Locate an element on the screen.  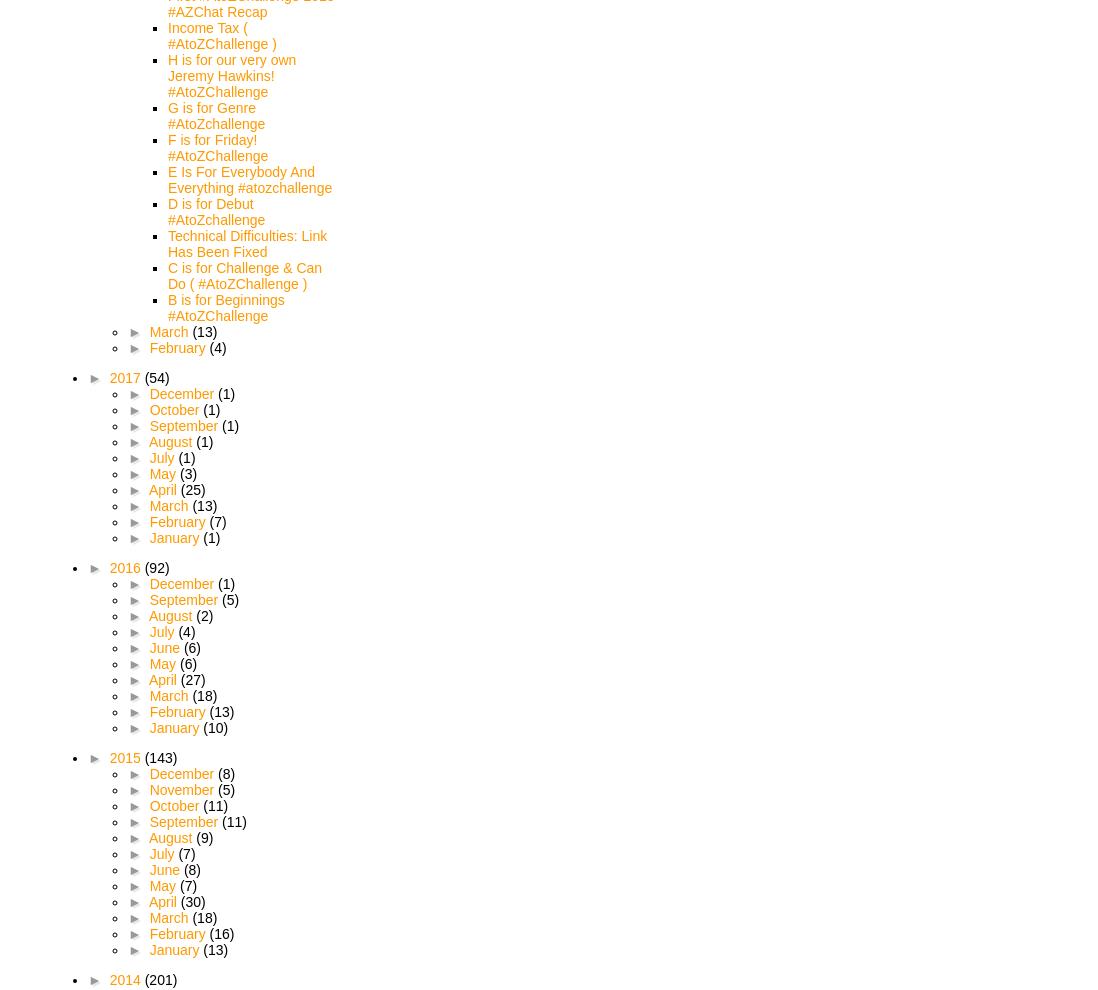
'(143)' is located at coordinates (160, 758).